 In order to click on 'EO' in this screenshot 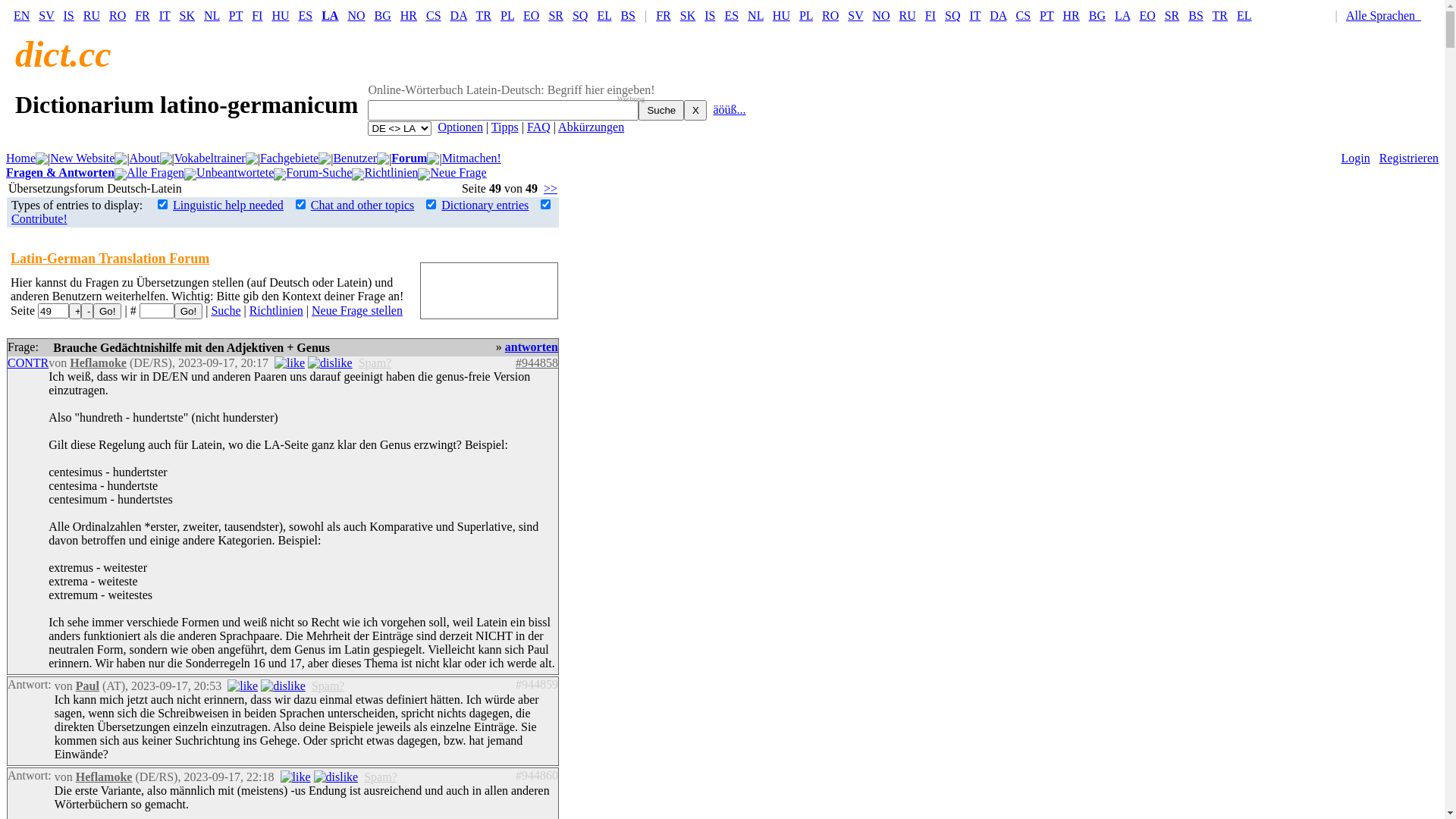, I will do `click(531, 15)`.